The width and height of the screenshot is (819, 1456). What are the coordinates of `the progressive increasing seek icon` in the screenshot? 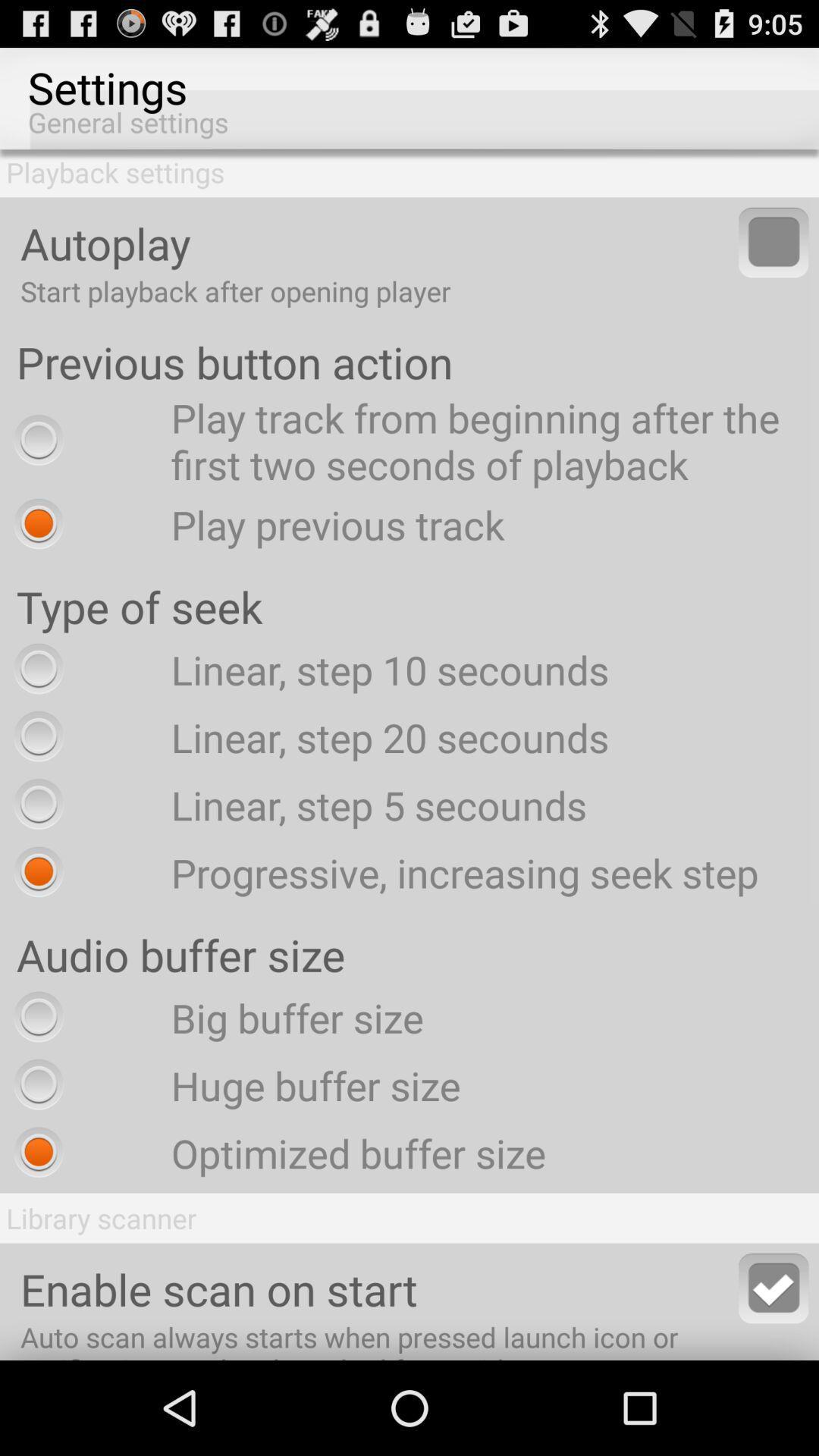 It's located at (381, 872).